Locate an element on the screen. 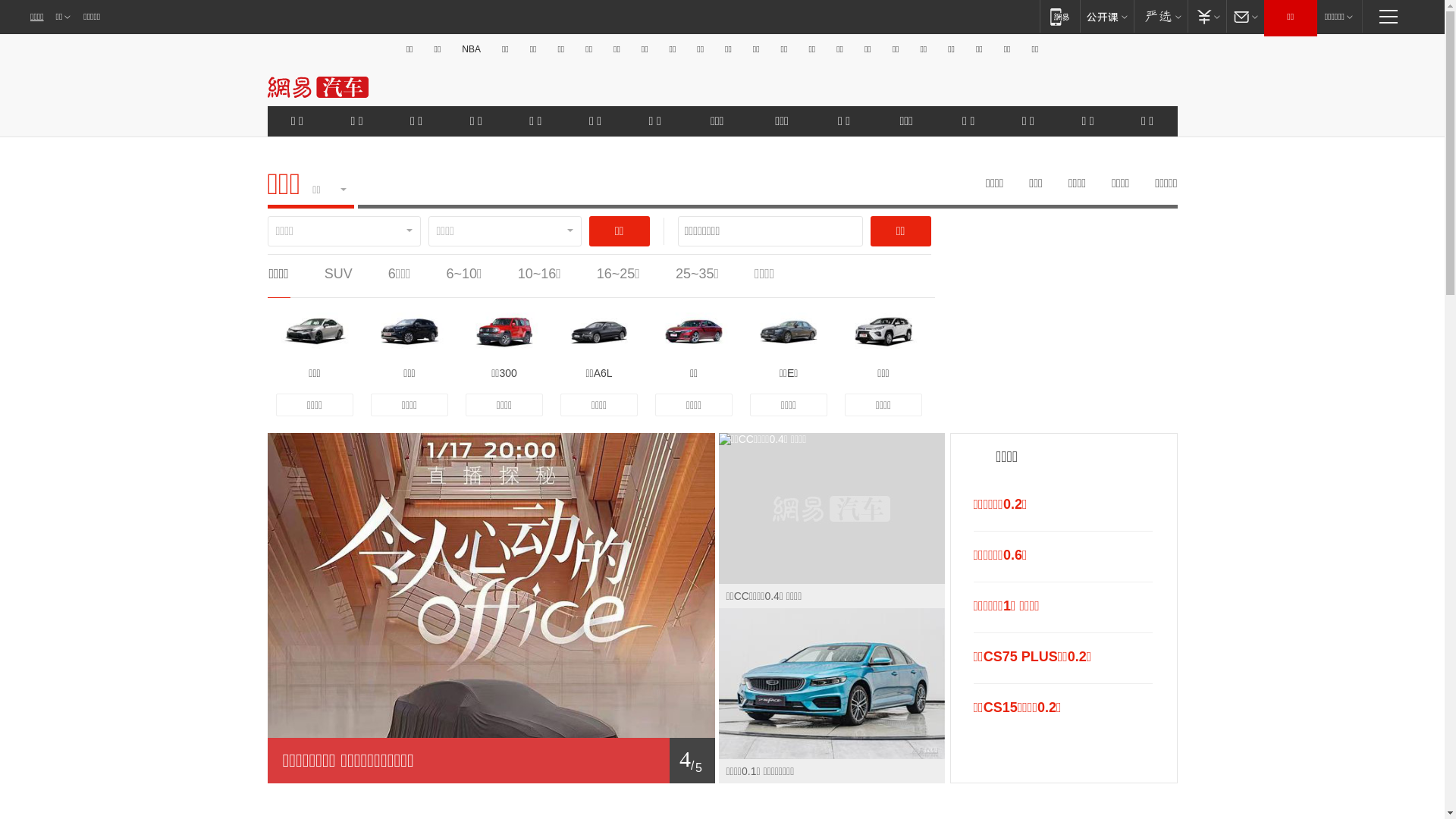  'NBA' is located at coordinates (470, 49).